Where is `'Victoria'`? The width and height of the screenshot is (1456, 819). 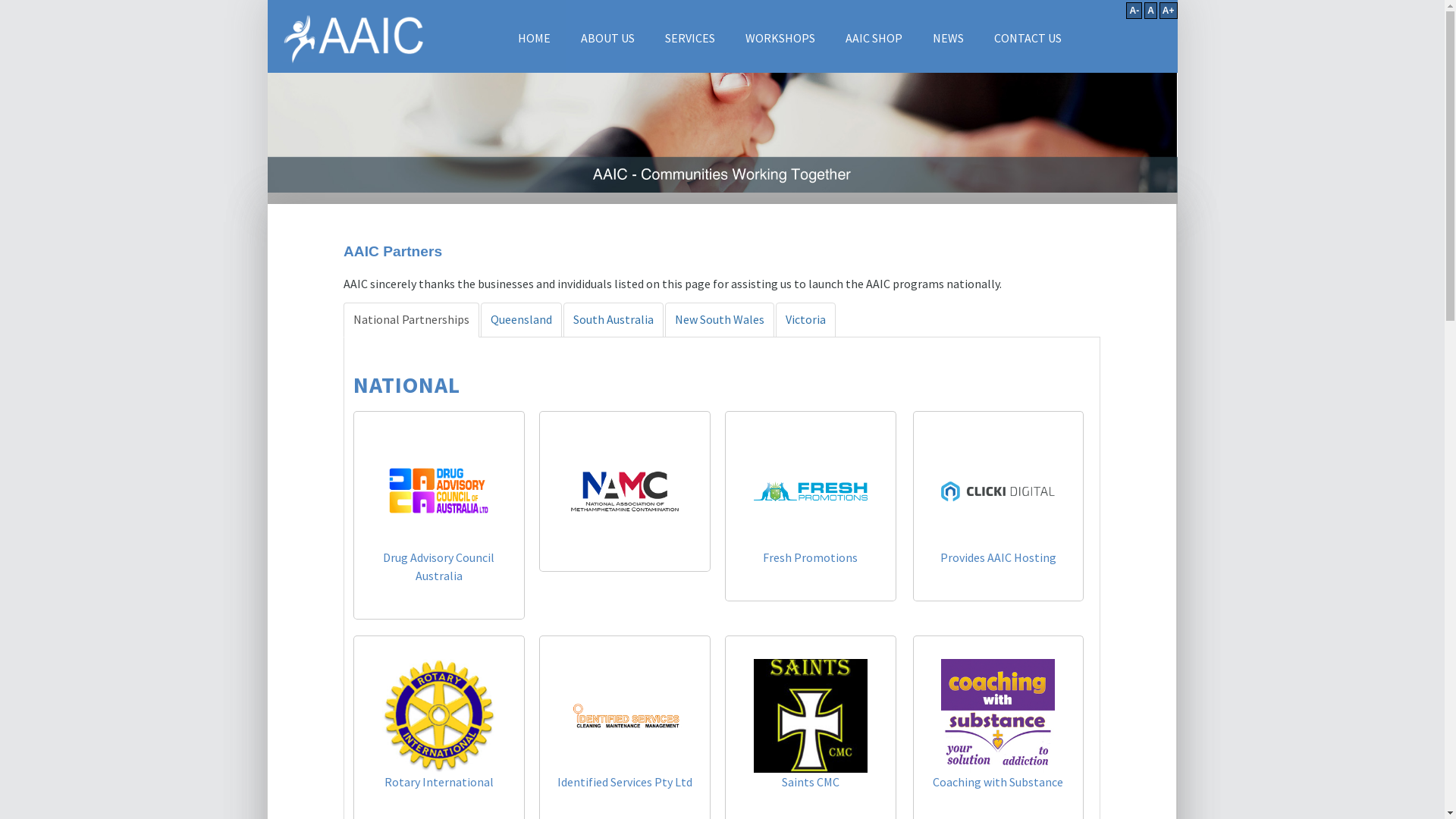 'Victoria' is located at coordinates (805, 318).